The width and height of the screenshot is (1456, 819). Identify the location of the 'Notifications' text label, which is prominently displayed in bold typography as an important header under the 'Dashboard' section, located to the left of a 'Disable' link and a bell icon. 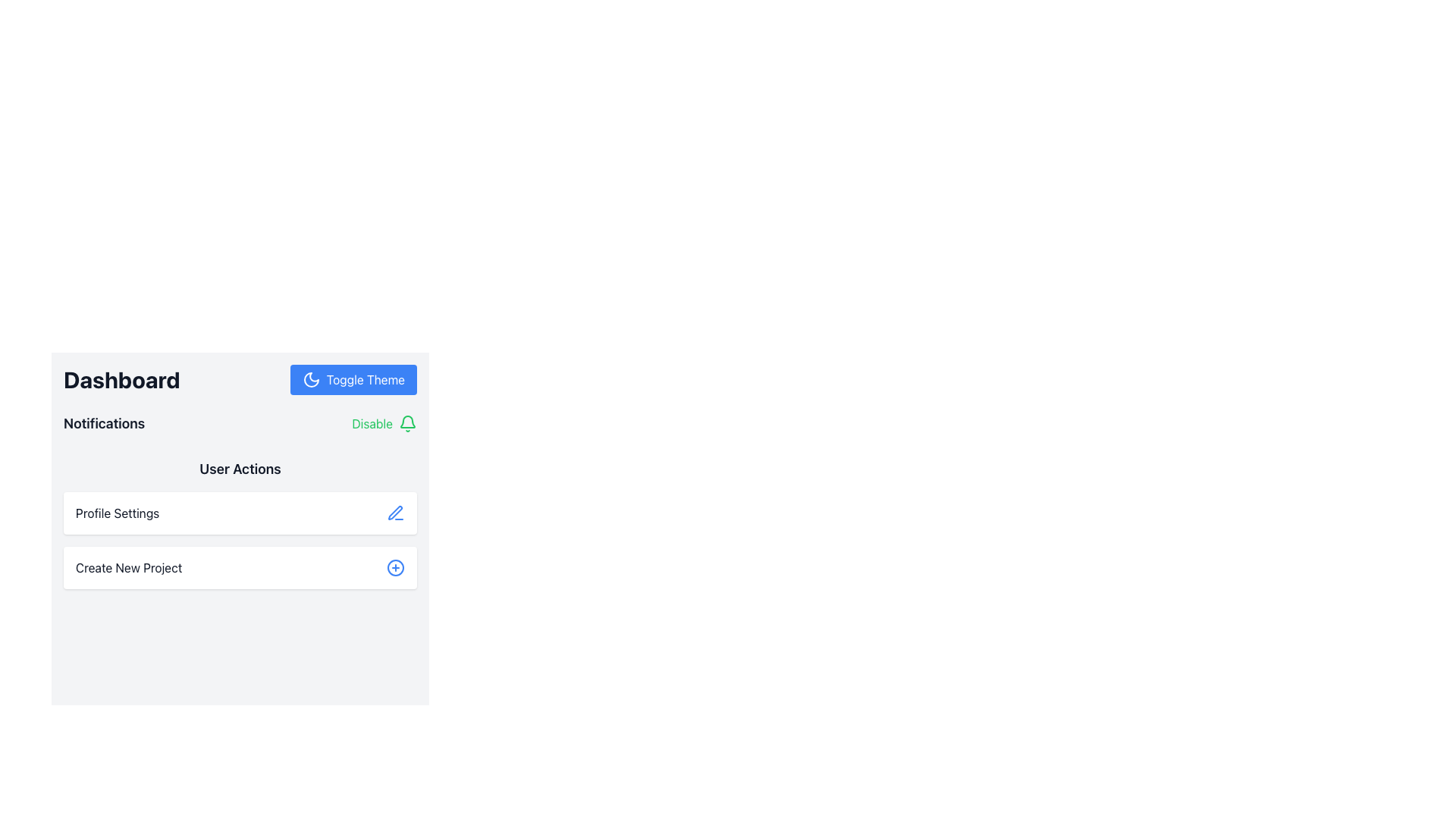
(103, 424).